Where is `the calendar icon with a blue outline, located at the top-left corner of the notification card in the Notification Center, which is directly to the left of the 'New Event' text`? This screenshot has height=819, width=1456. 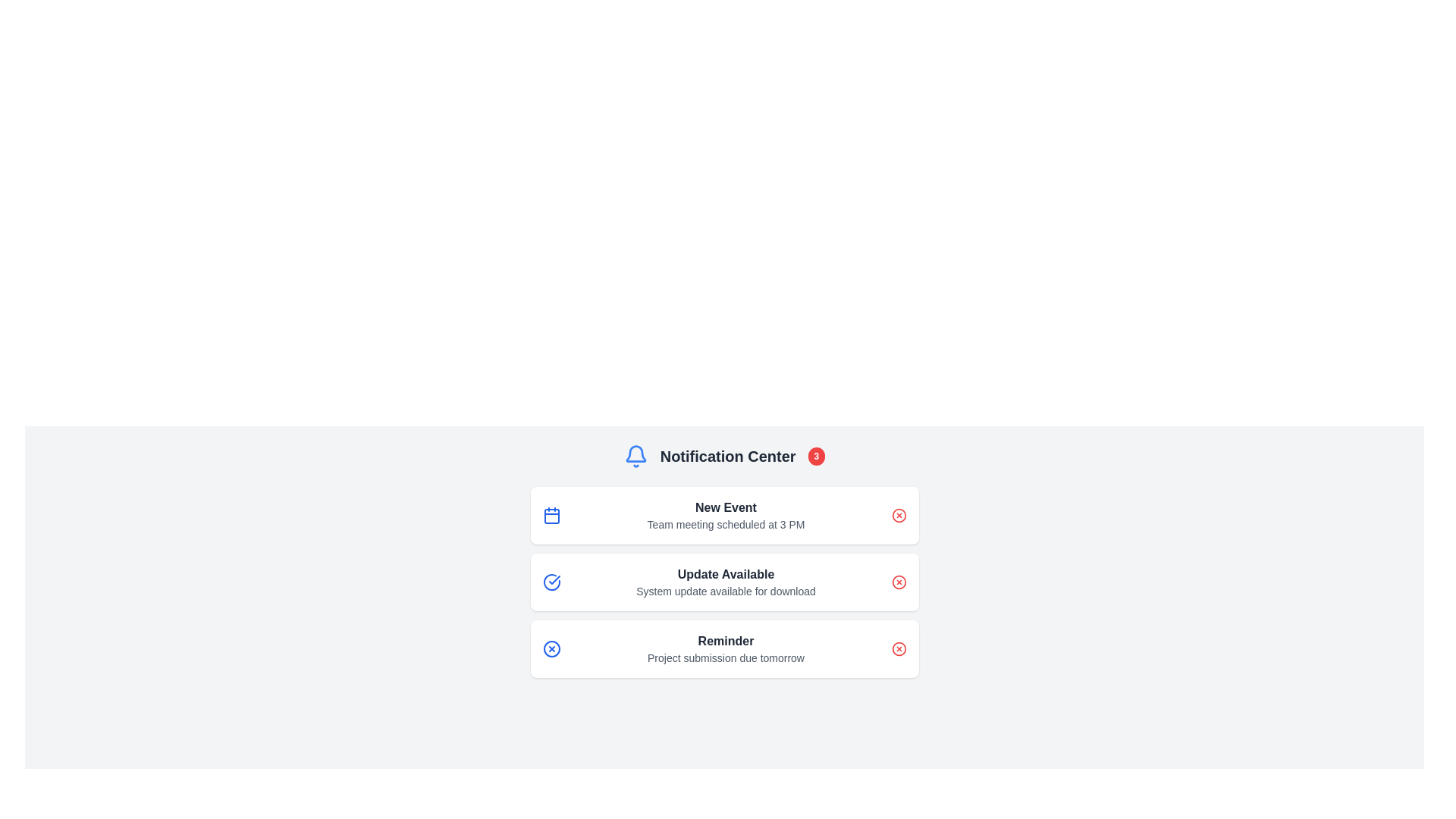 the calendar icon with a blue outline, located at the top-left corner of the notification card in the Notification Center, which is directly to the left of the 'New Event' text is located at coordinates (551, 514).